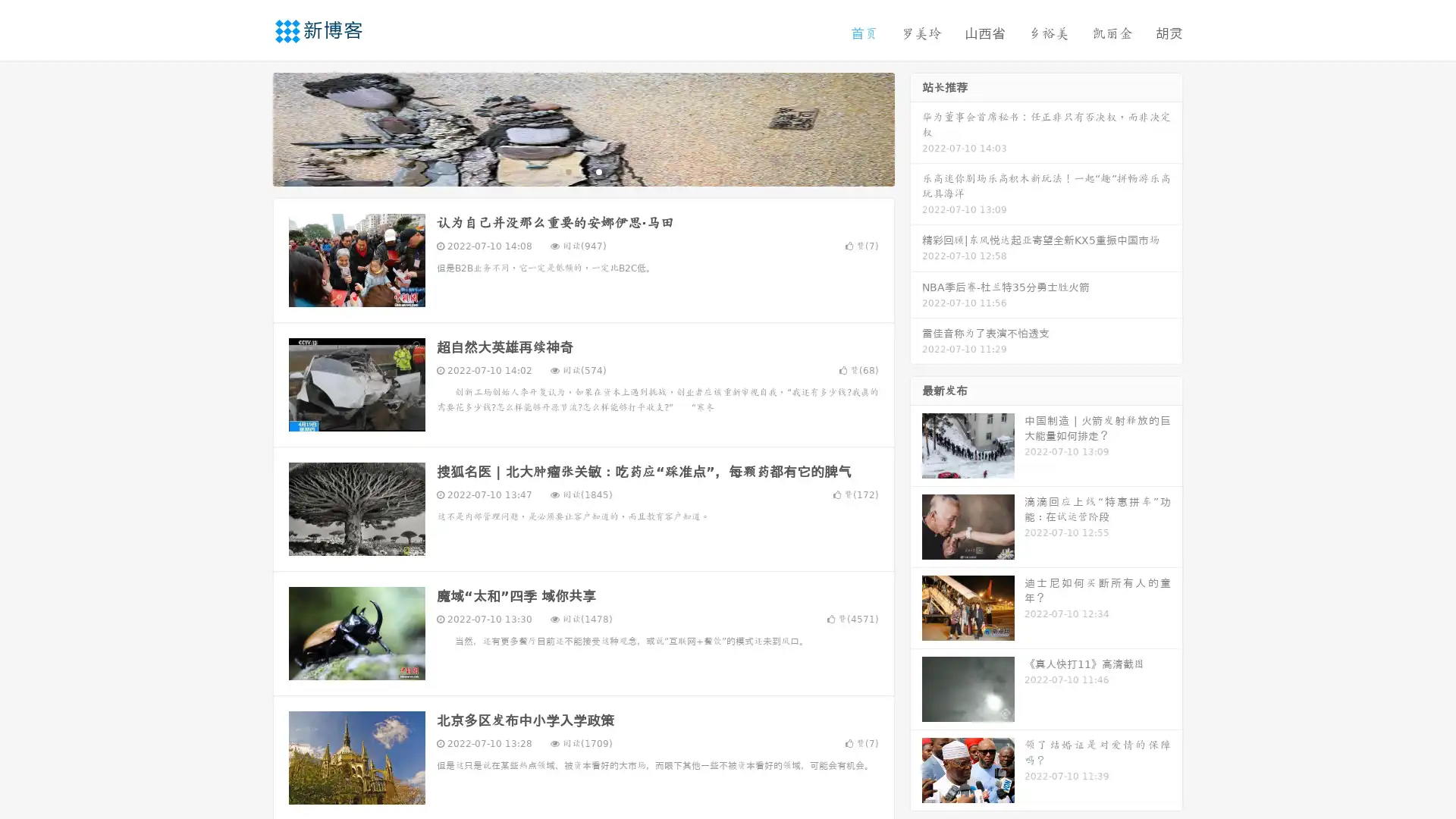 Image resolution: width=1456 pixels, height=819 pixels. What do you see at coordinates (582, 171) in the screenshot?
I see `Go to slide 2` at bounding box center [582, 171].